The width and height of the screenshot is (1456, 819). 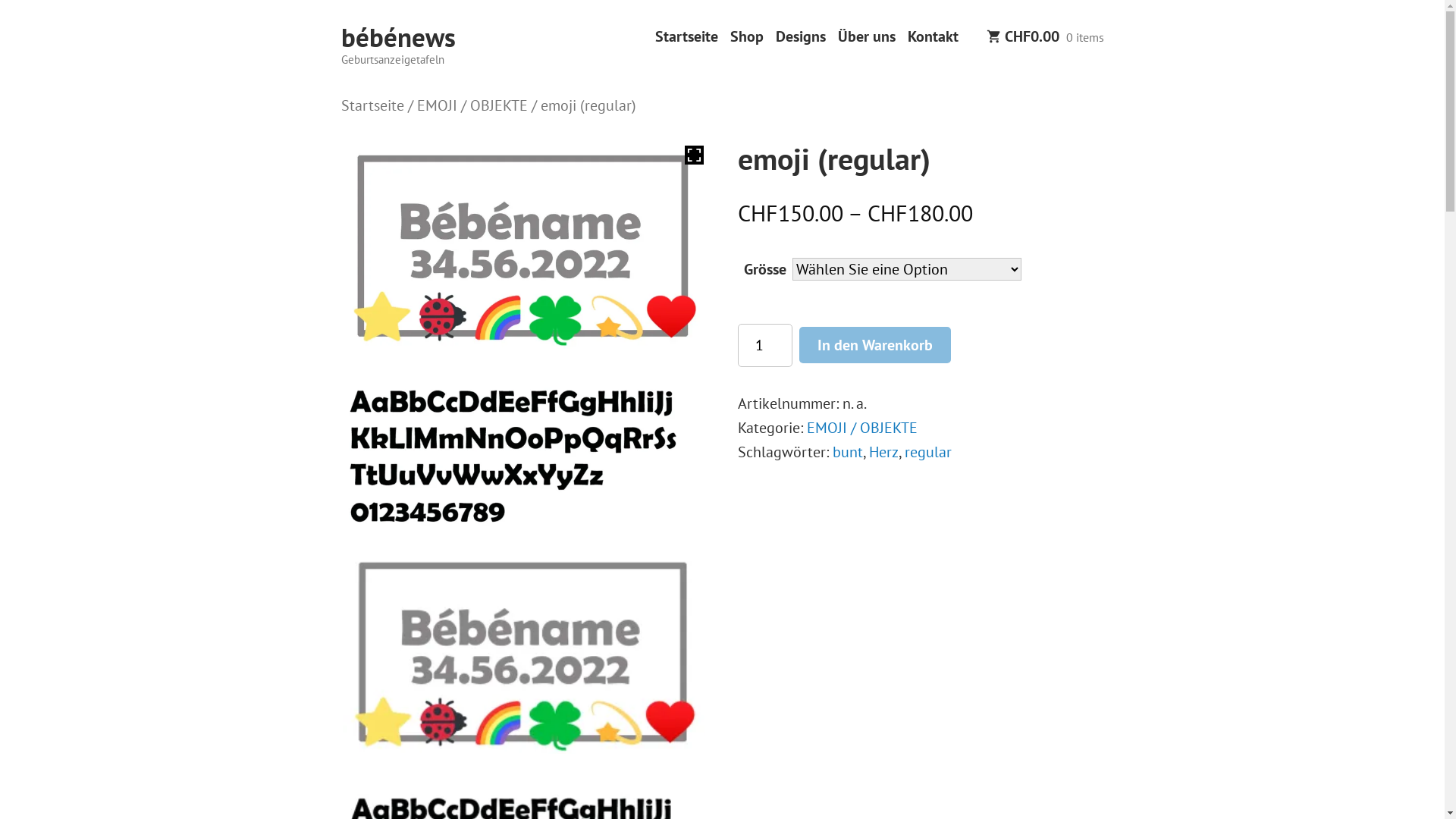 What do you see at coordinates (745, 36) in the screenshot?
I see `'Shop'` at bounding box center [745, 36].